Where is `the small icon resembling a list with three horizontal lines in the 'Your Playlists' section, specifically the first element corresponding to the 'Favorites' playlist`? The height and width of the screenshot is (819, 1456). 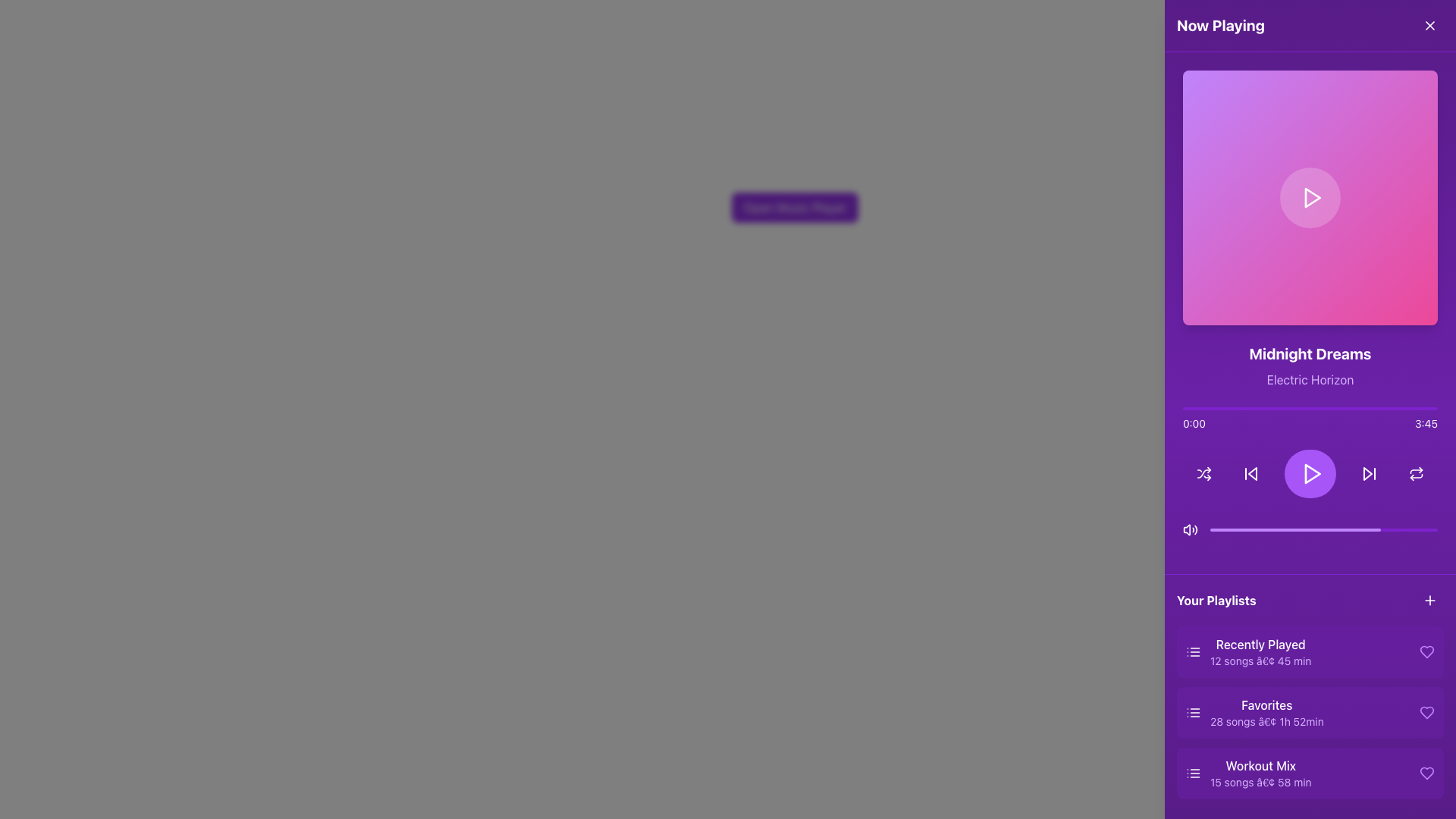
the small icon resembling a list with three horizontal lines in the 'Your Playlists' section, specifically the first element corresponding to the 'Favorites' playlist is located at coordinates (1193, 713).